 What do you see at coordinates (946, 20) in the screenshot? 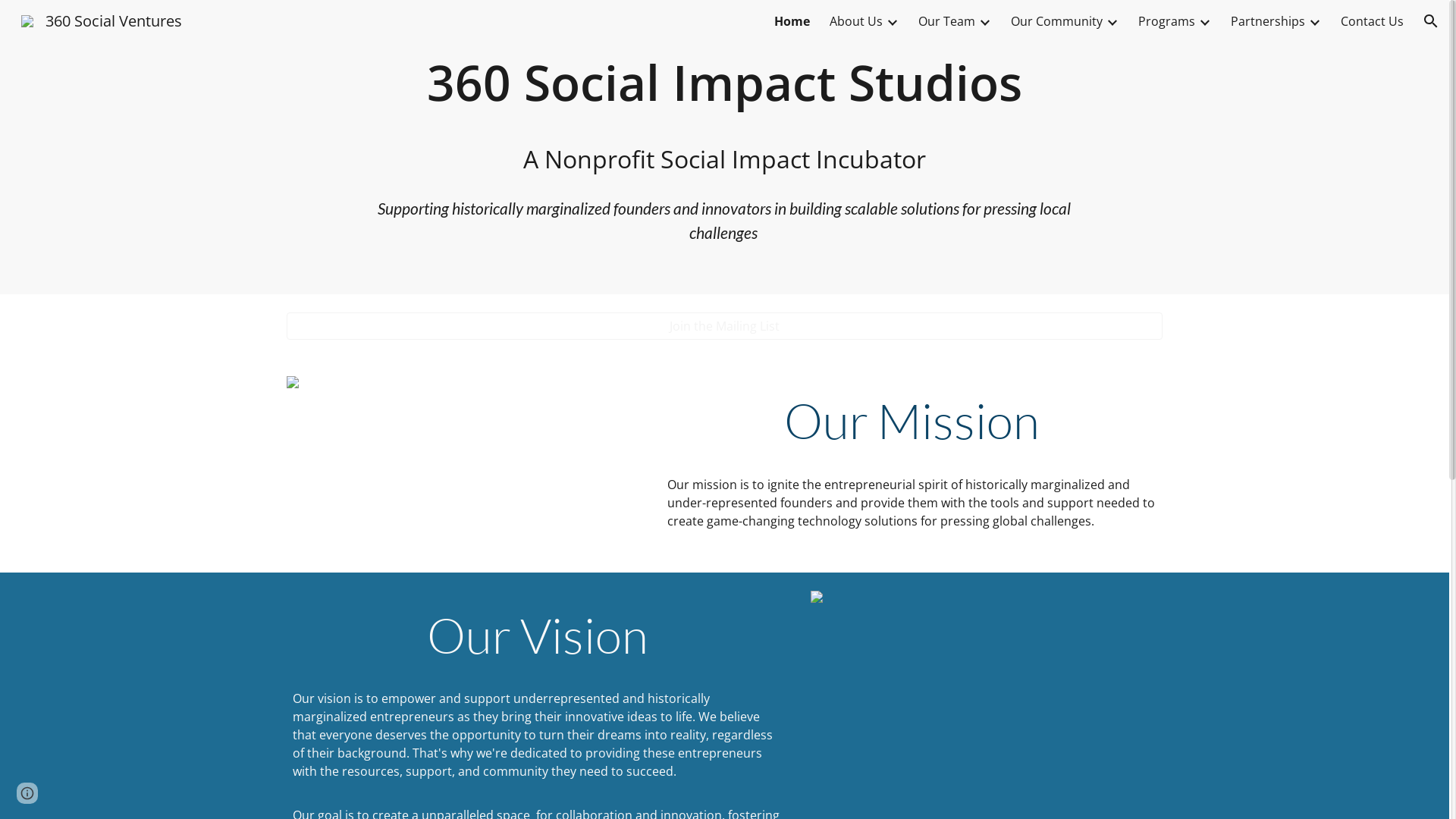
I see `'Our Team'` at bounding box center [946, 20].